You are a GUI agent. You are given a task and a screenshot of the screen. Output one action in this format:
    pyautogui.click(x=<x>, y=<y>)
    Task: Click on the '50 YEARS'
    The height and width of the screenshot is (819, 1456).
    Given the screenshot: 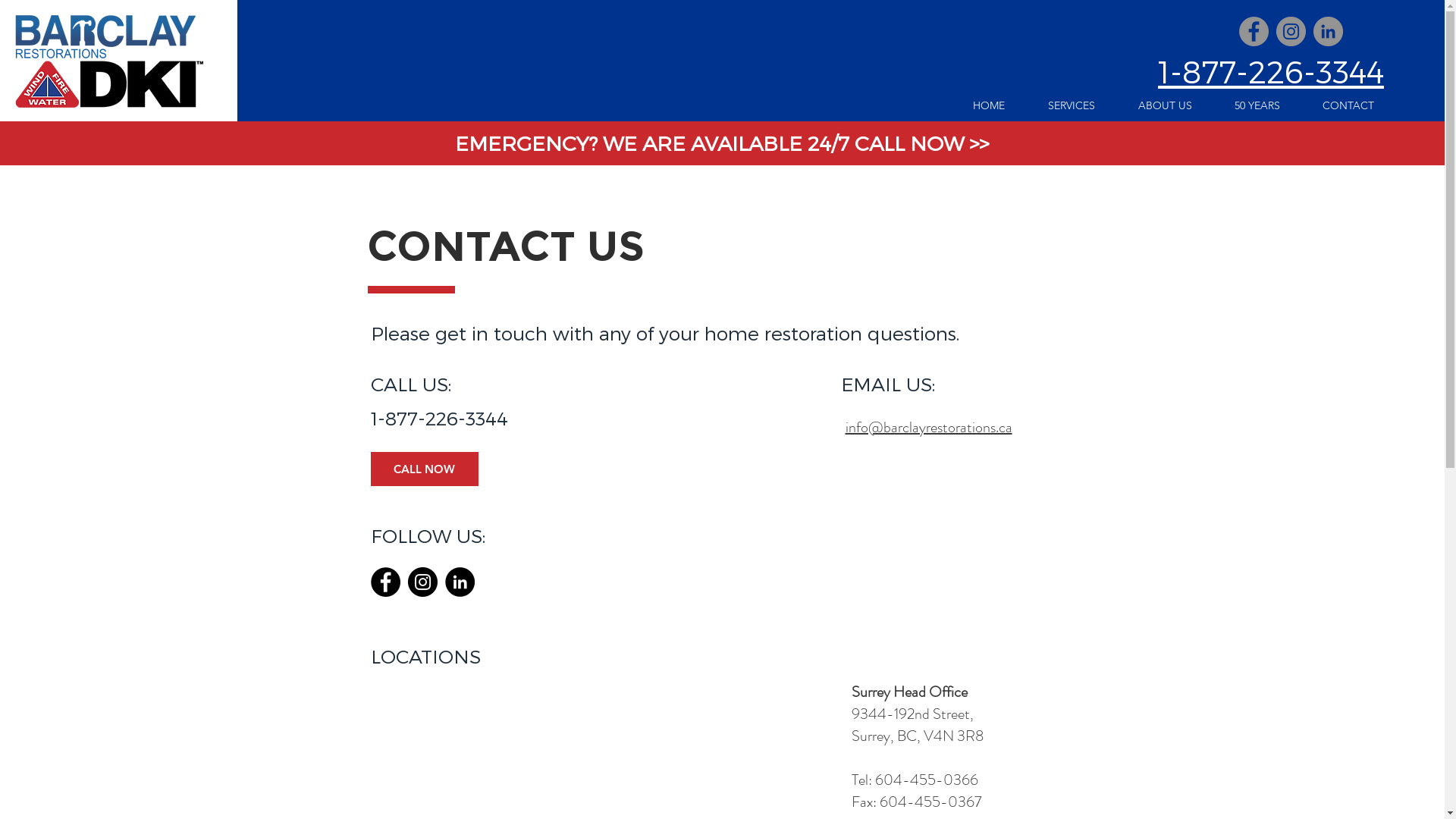 What is the action you would take?
    pyautogui.click(x=1257, y=105)
    